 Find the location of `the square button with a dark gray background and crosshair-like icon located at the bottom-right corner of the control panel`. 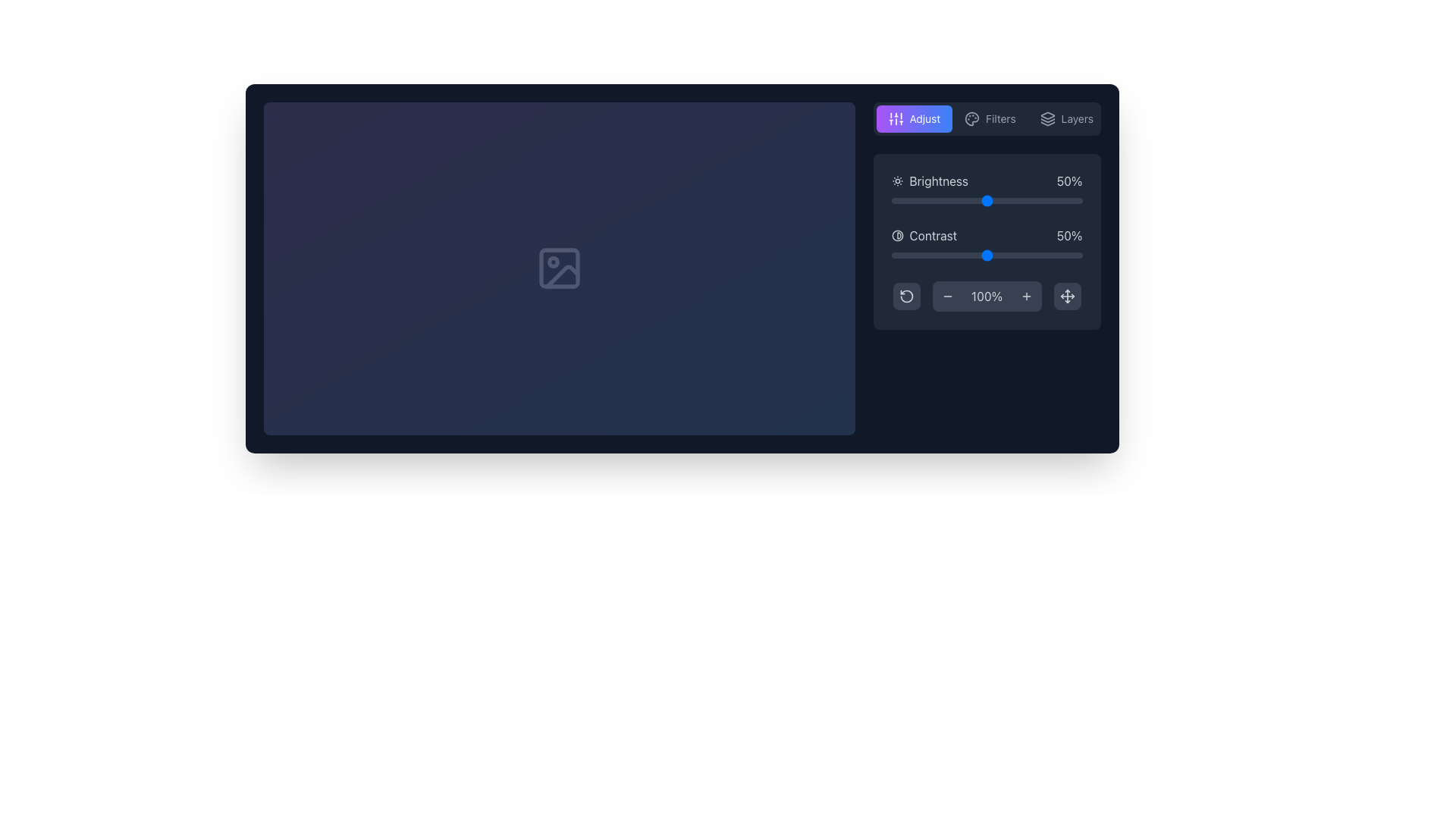

the square button with a dark gray background and crosshair-like icon located at the bottom-right corner of the control panel is located at coordinates (1066, 296).